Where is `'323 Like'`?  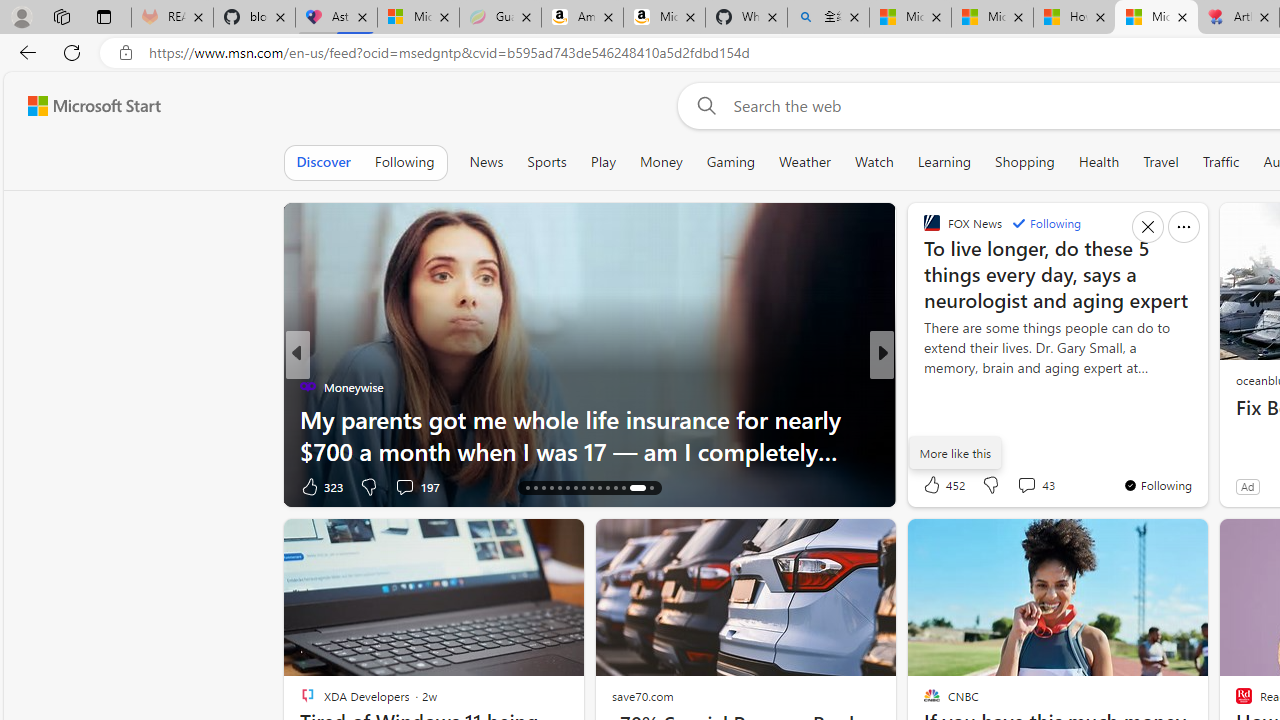 '323 Like' is located at coordinates (320, 486).